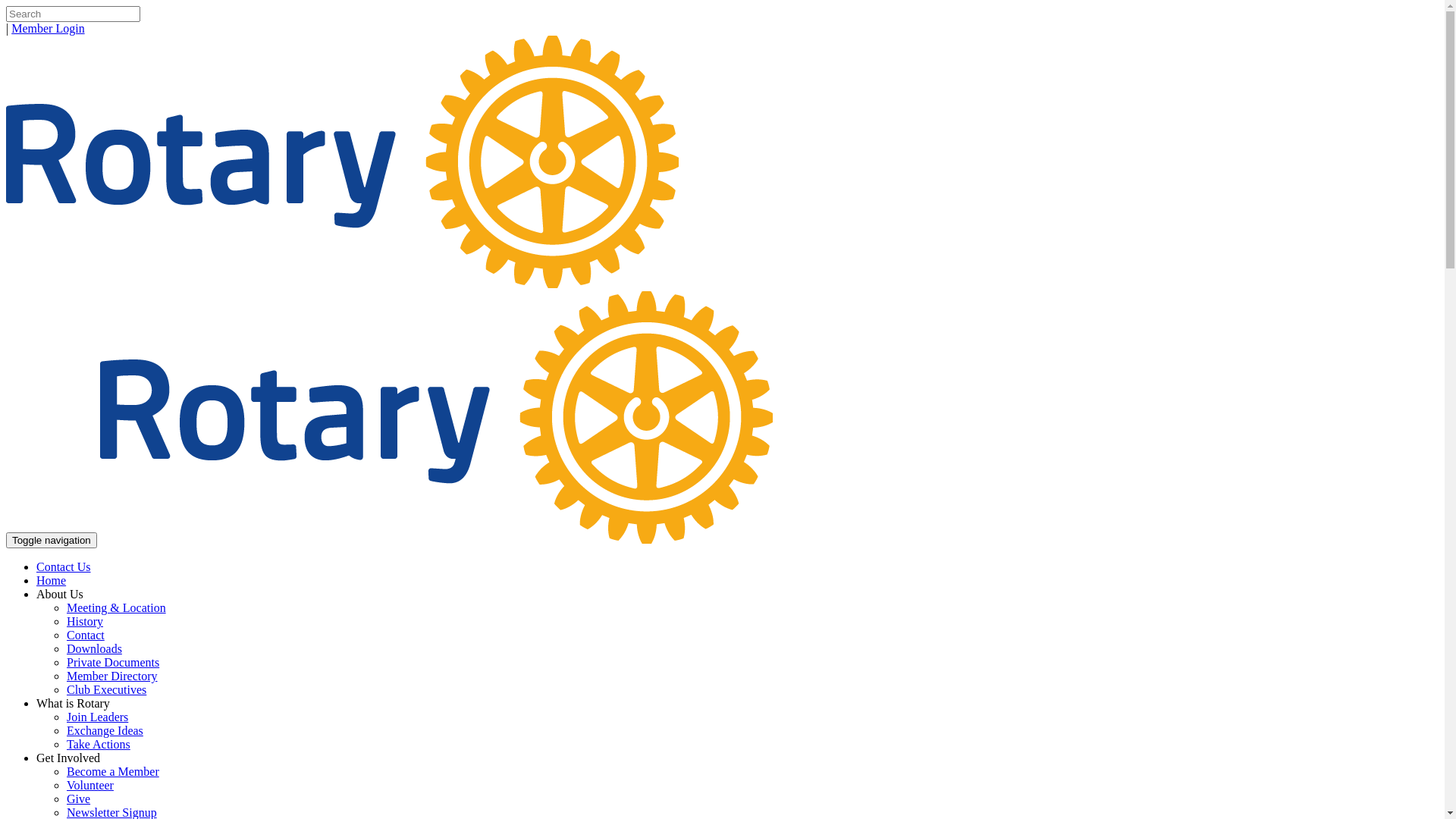 The width and height of the screenshot is (1456, 819). I want to click on 'Club Executives', so click(65, 689).